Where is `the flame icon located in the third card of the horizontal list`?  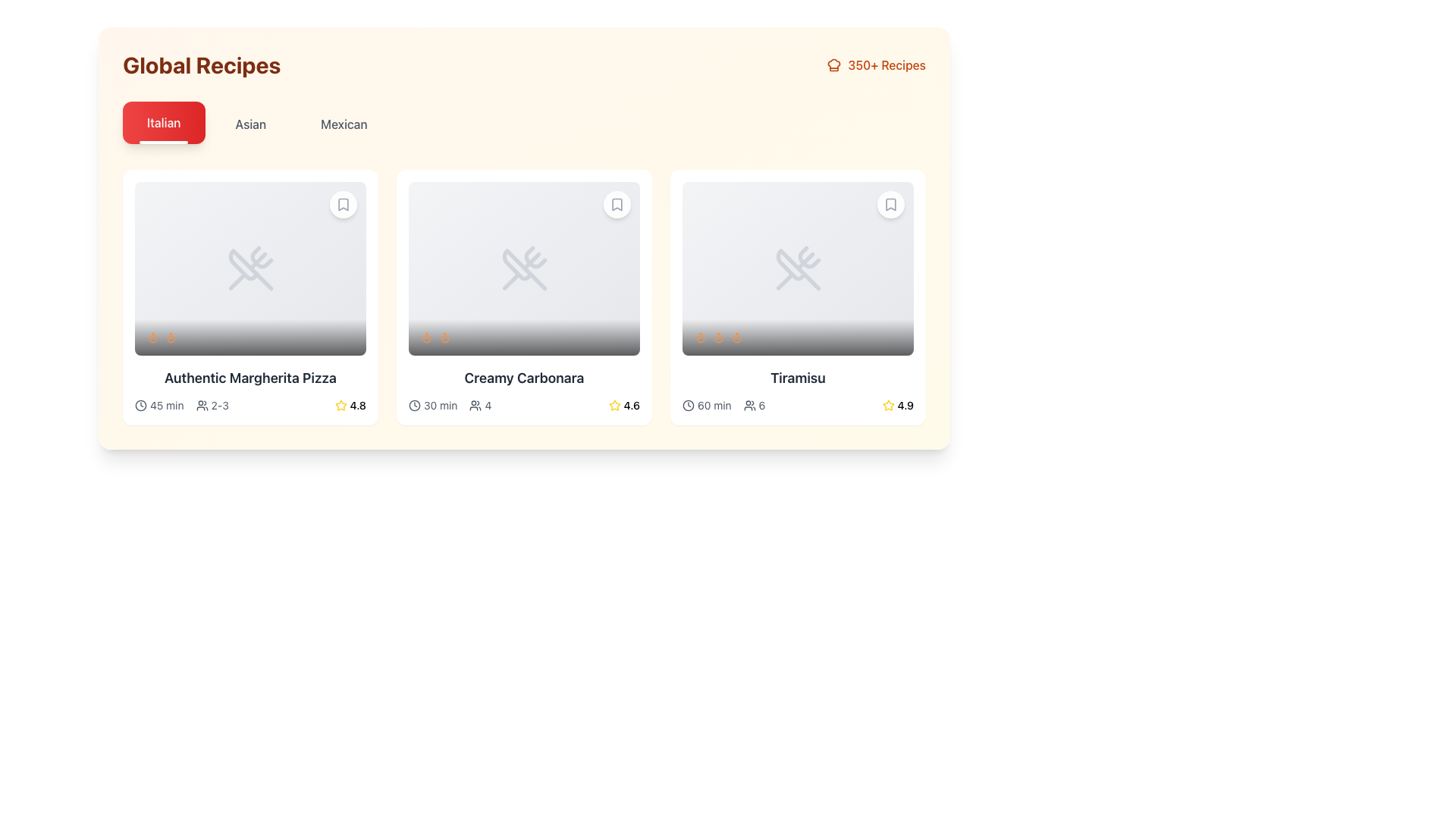 the flame icon located in the third card of the horizontal list is located at coordinates (718, 336).